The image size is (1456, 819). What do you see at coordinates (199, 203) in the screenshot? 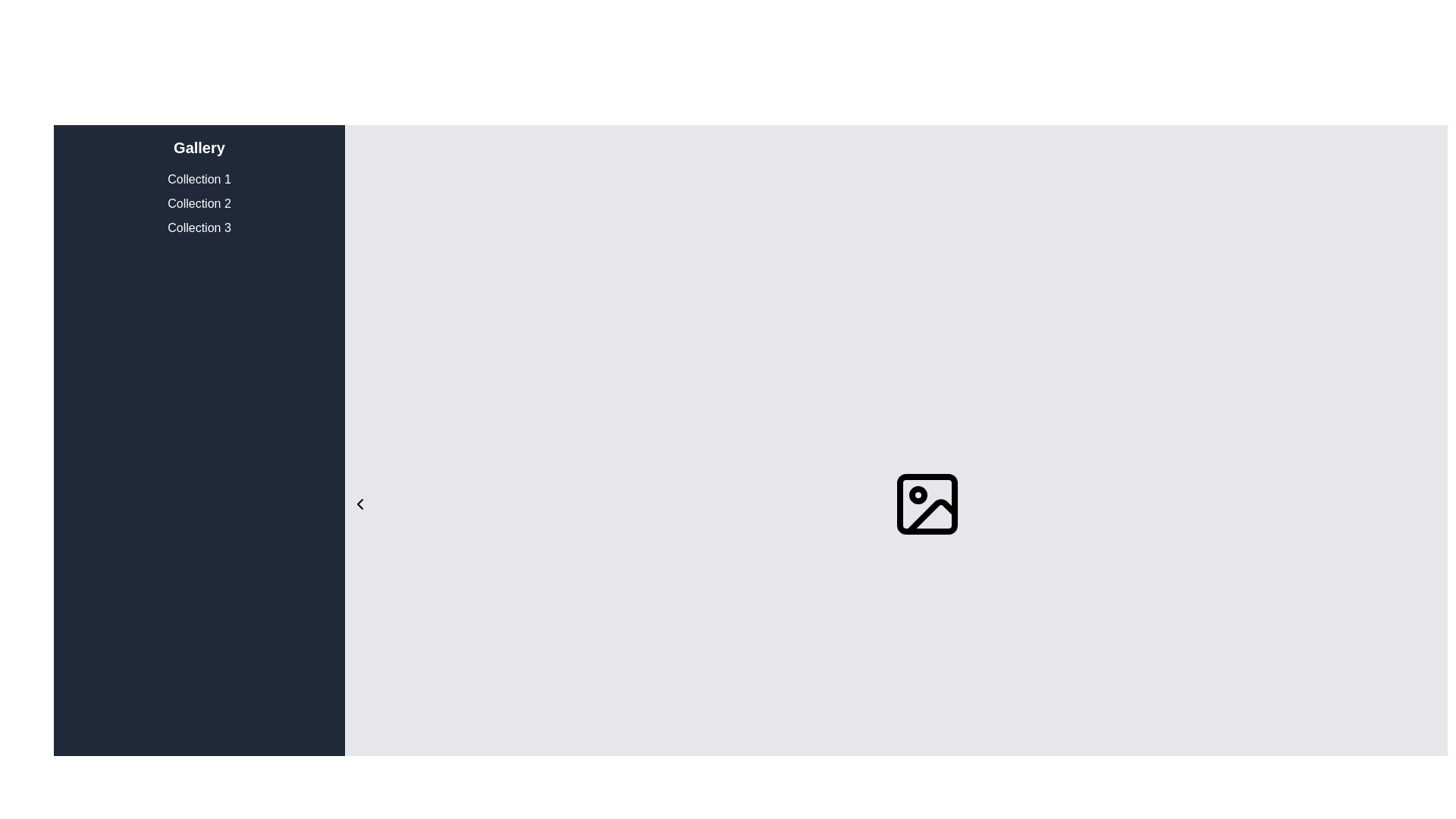
I see `the 'Collection 2' item in the Vertical List Component located in the sidebar below the 'Gallery' heading` at bounding box center [199, 203].